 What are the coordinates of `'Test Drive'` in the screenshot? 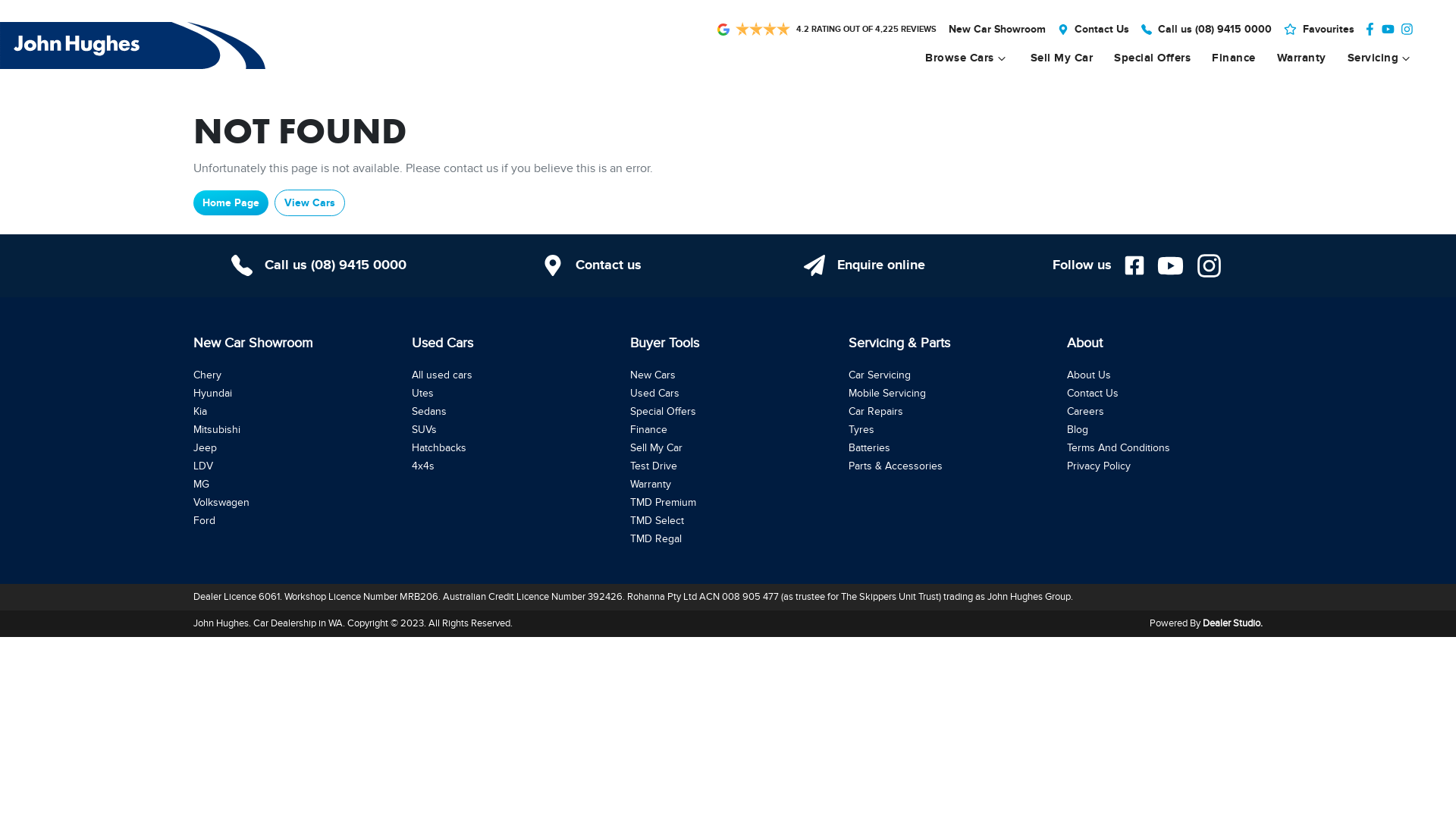 It's located at (654, 465).